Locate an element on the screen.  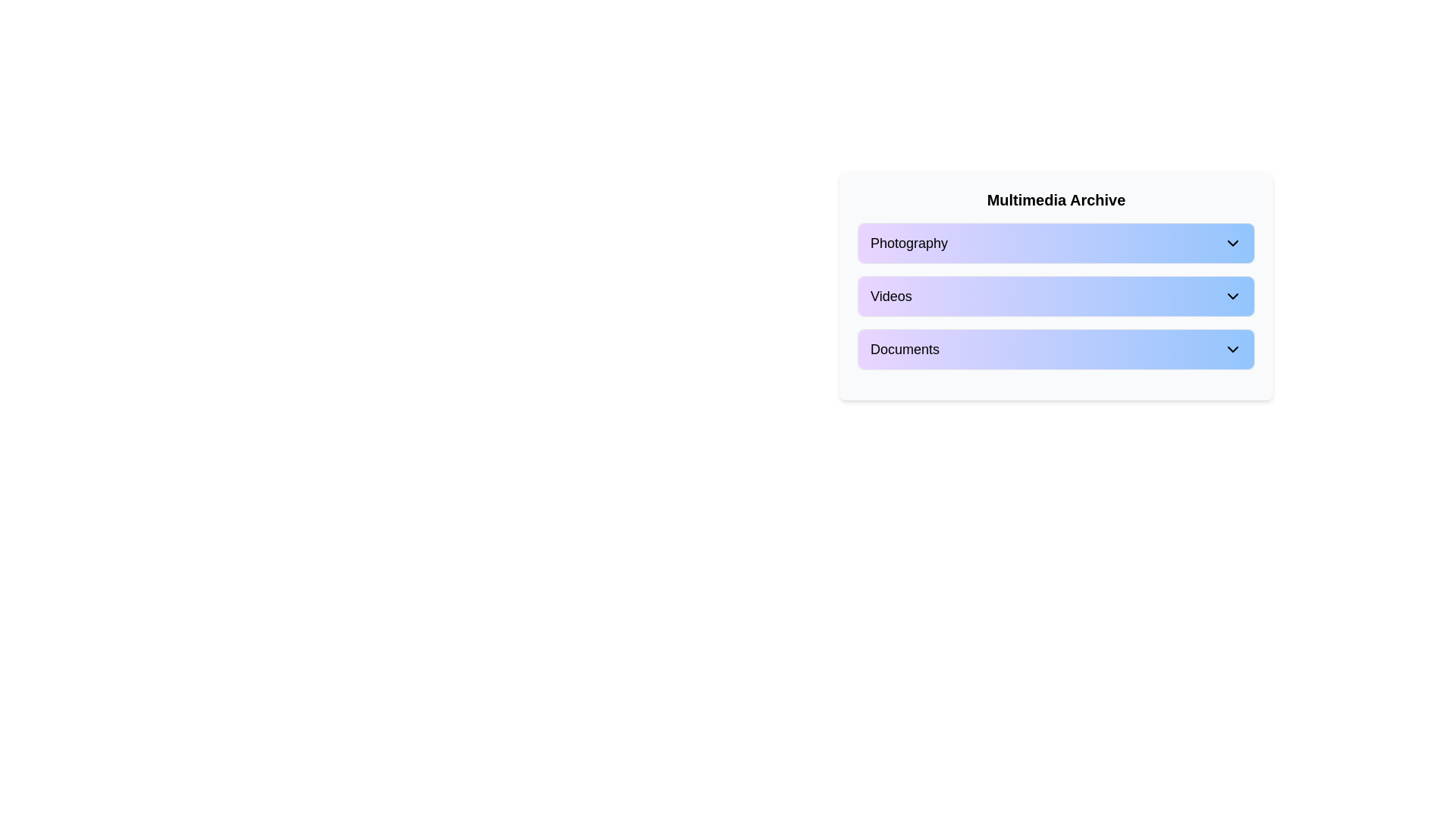
the 'Documents' label is located at coordinates (905, 350).